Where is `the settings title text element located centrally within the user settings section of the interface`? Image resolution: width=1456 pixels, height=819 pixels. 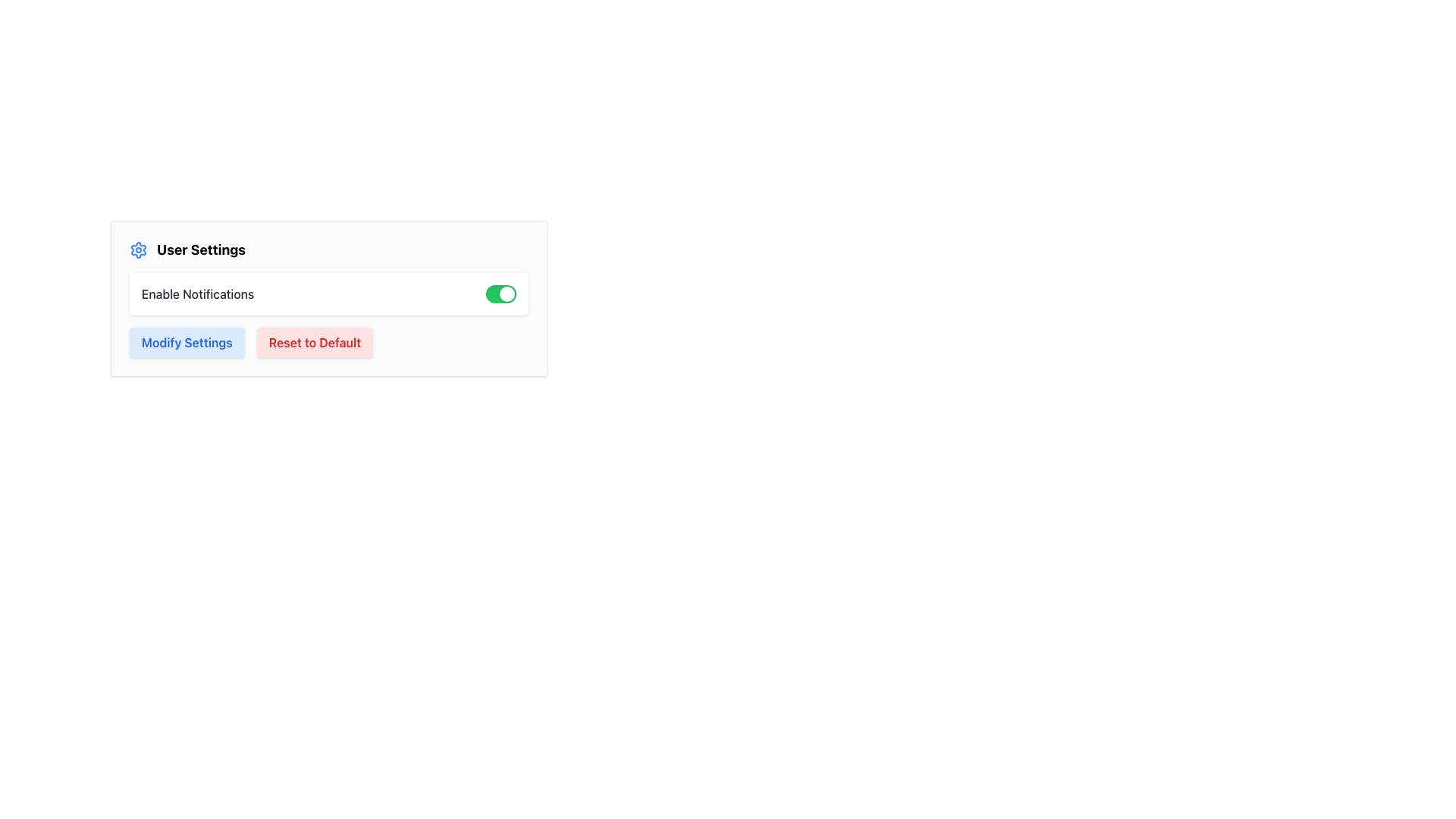
the settings title text element located centrally within the user settings section of the interface is located at coordinates (200, 249).